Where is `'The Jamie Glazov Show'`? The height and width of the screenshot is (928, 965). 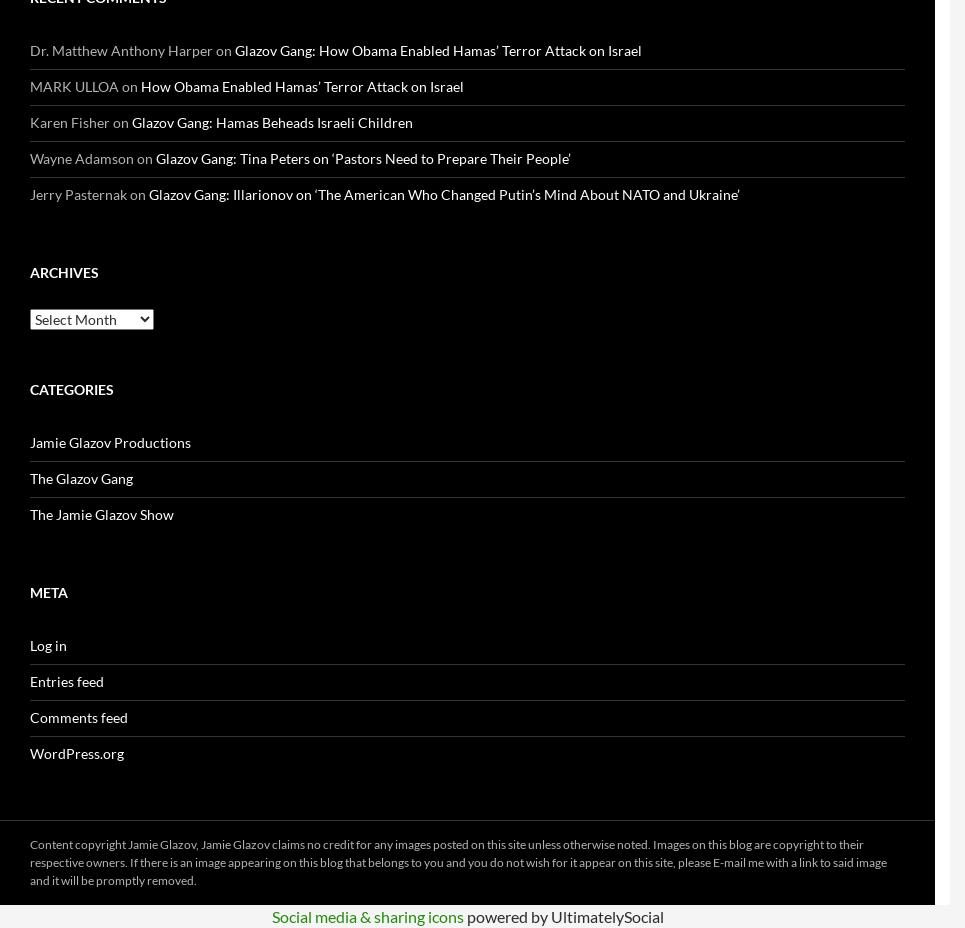 'The Jamie Glazov Show' is located at coordinates (101, 513).